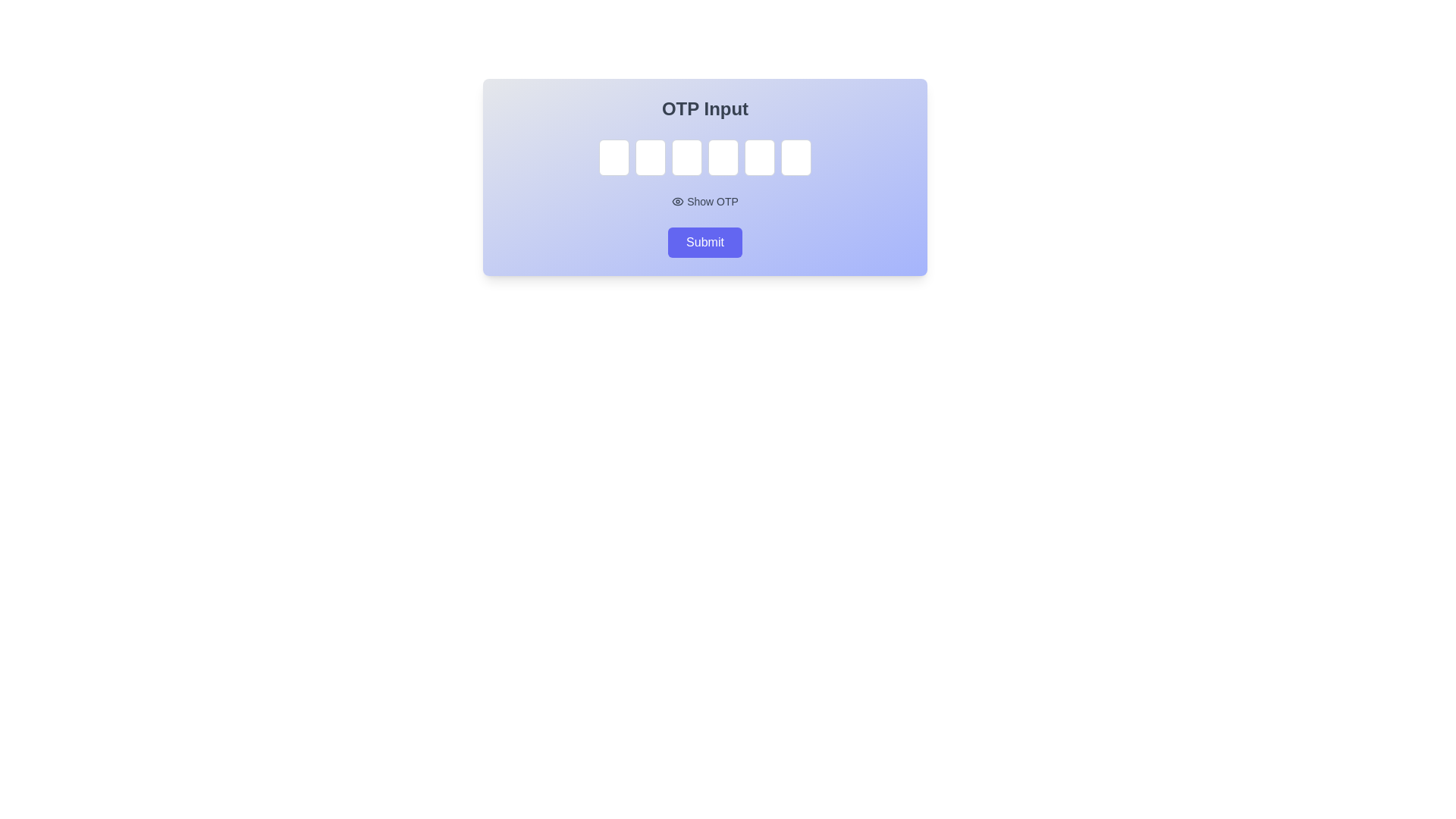 Image resolution: width=1456 pixels, height=819 pixels. I want to click on the submit button located beneath the 'Show OTP' text and eye icon, so click(704, 242).